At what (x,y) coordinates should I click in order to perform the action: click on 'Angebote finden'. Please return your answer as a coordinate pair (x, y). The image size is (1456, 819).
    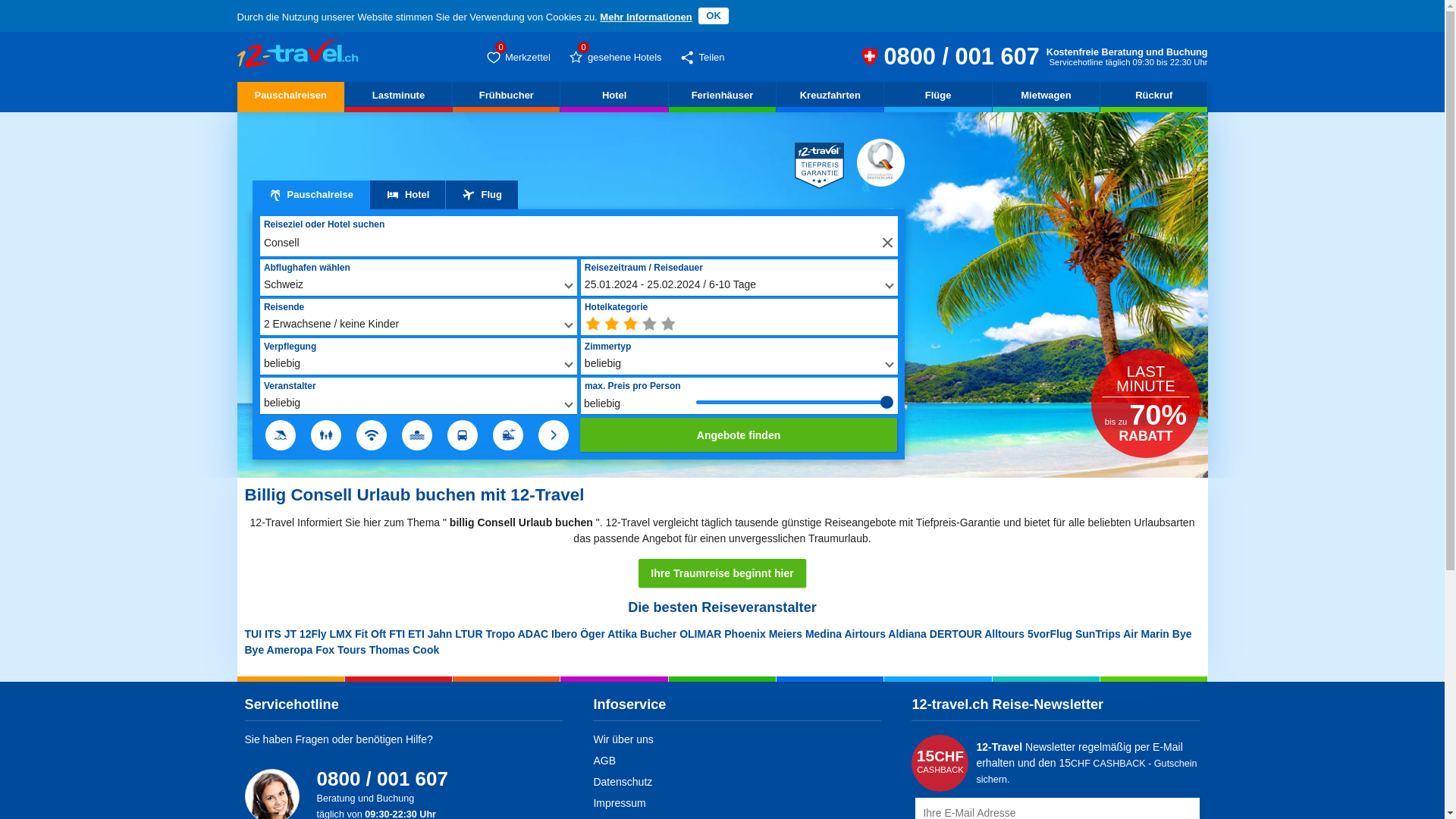
    Looking at the image, I should click on (739, 435).